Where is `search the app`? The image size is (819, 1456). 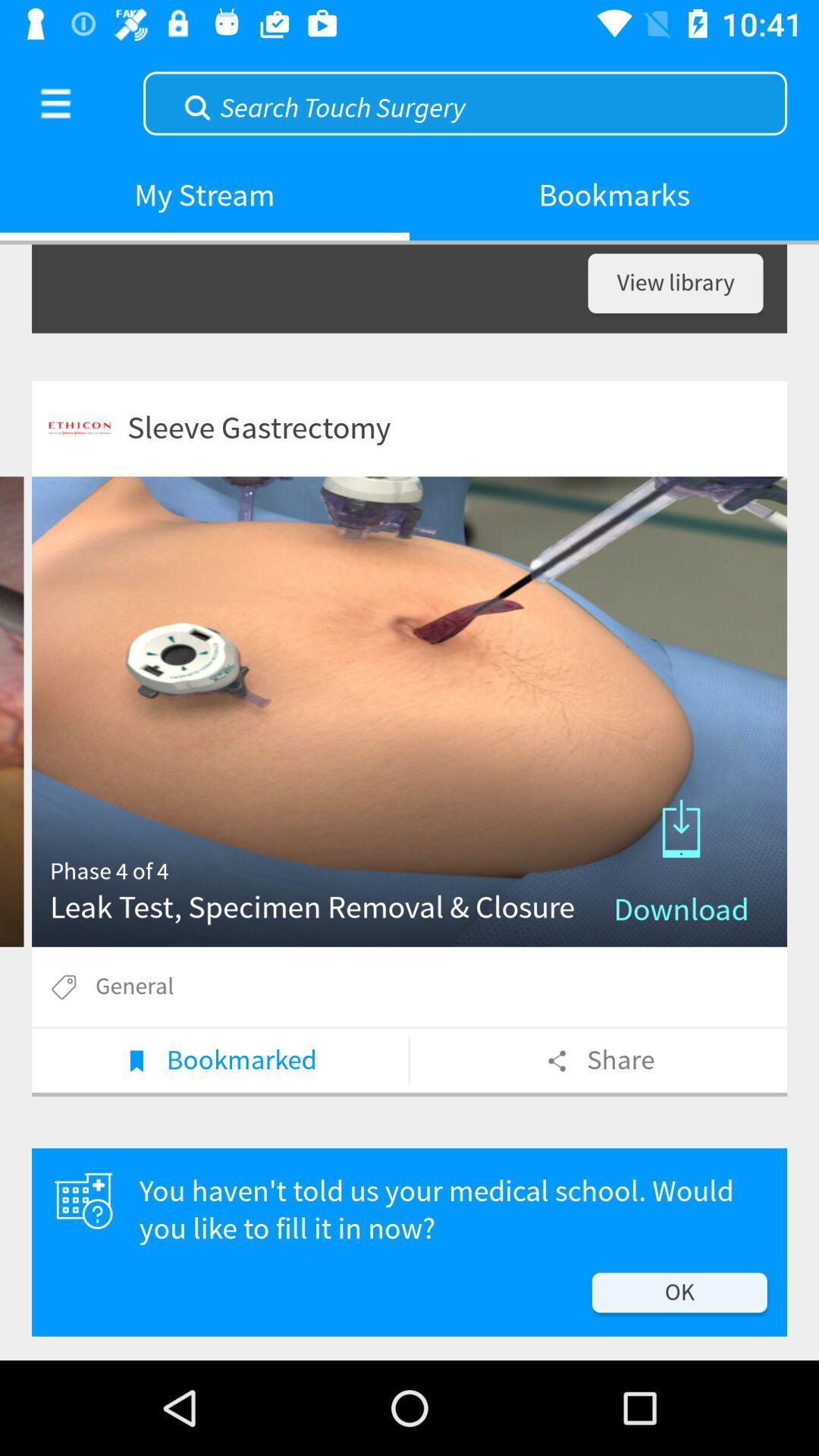
search the app is located at coordinates (464, 101).